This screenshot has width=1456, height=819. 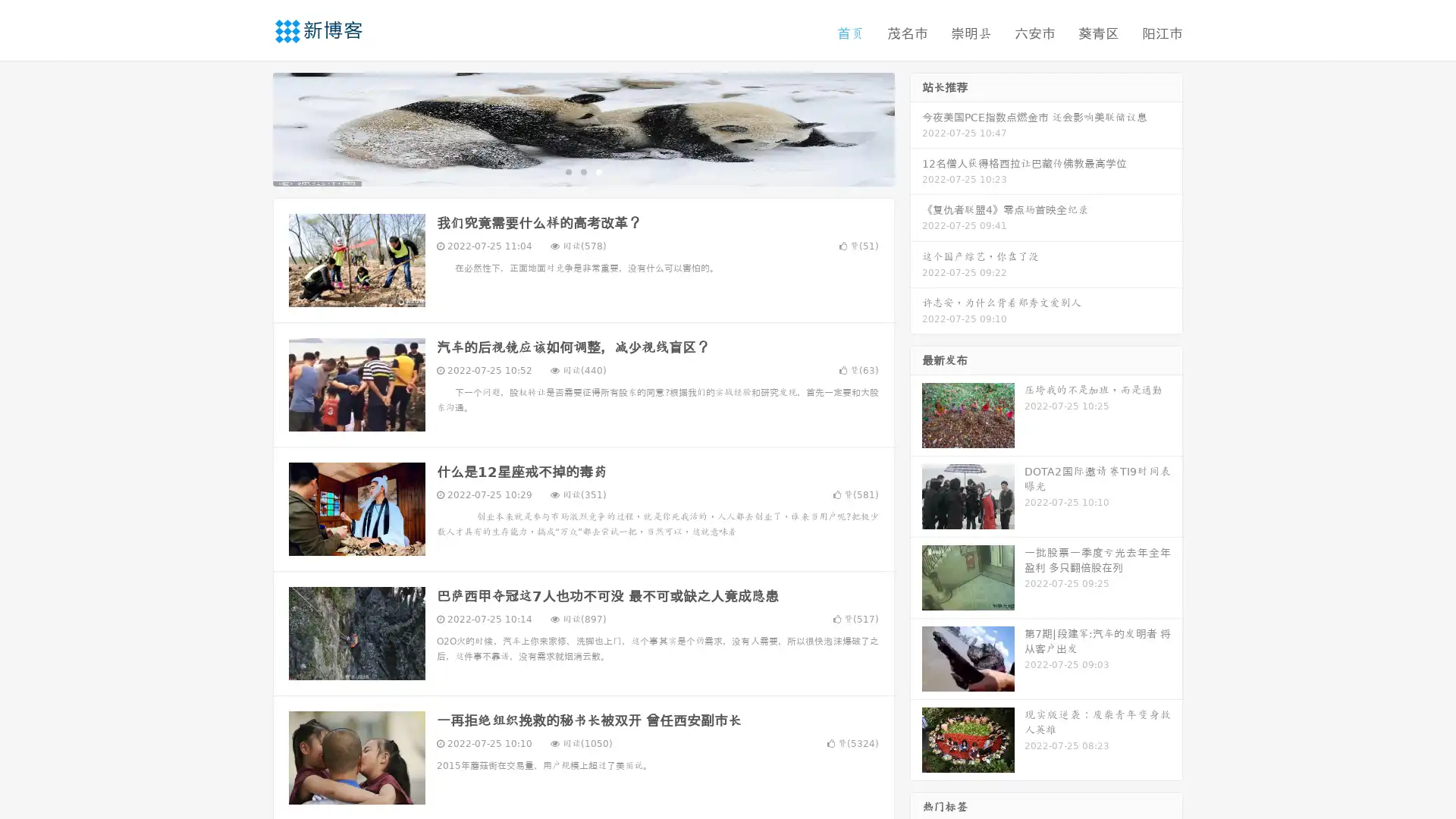 What do you see at coordinates (598, 171) in the screenshot?
I see `Go to slide 3` at bounding box center [598, 171].